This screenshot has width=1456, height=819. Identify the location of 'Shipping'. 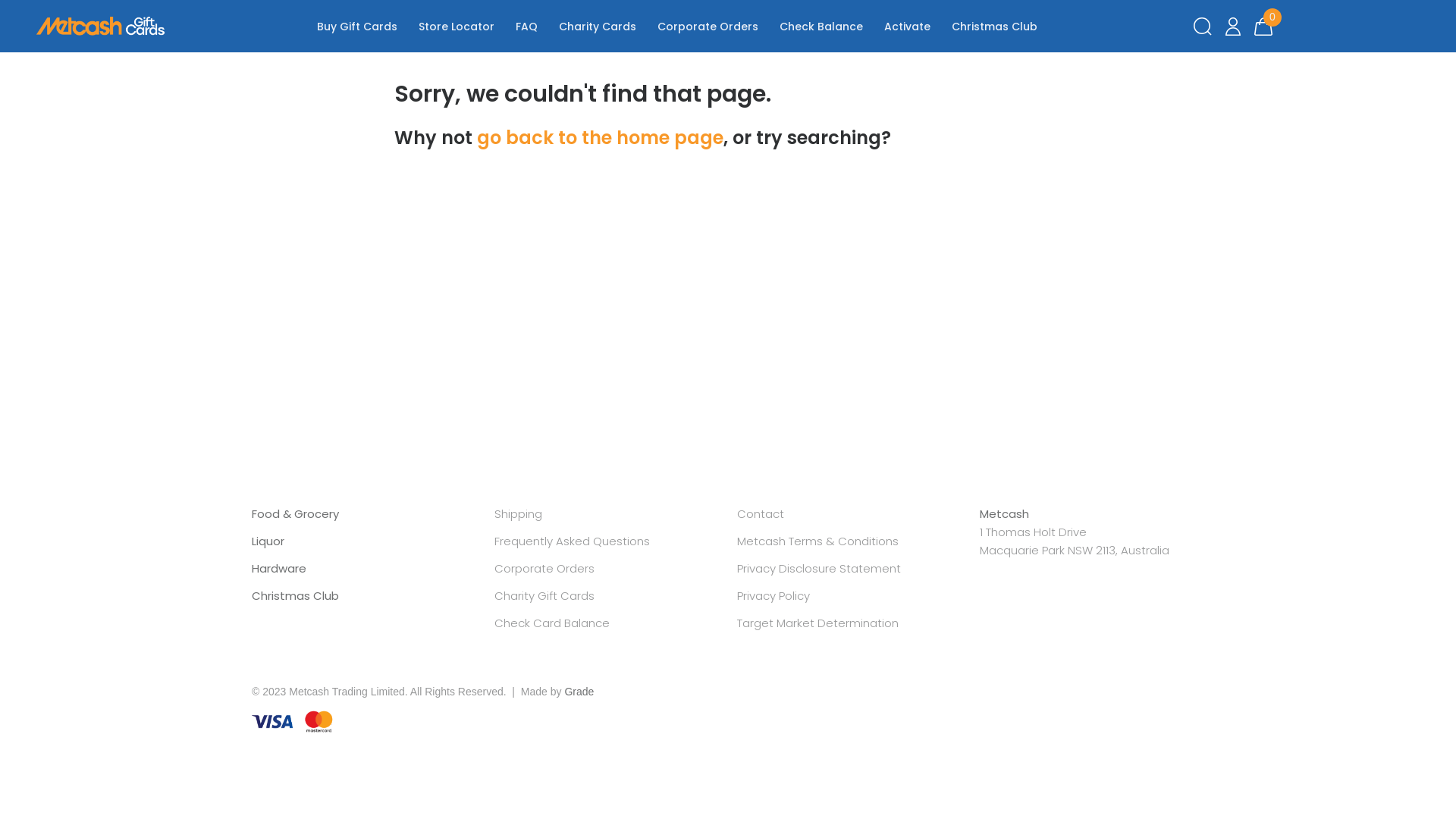
(518, 513).